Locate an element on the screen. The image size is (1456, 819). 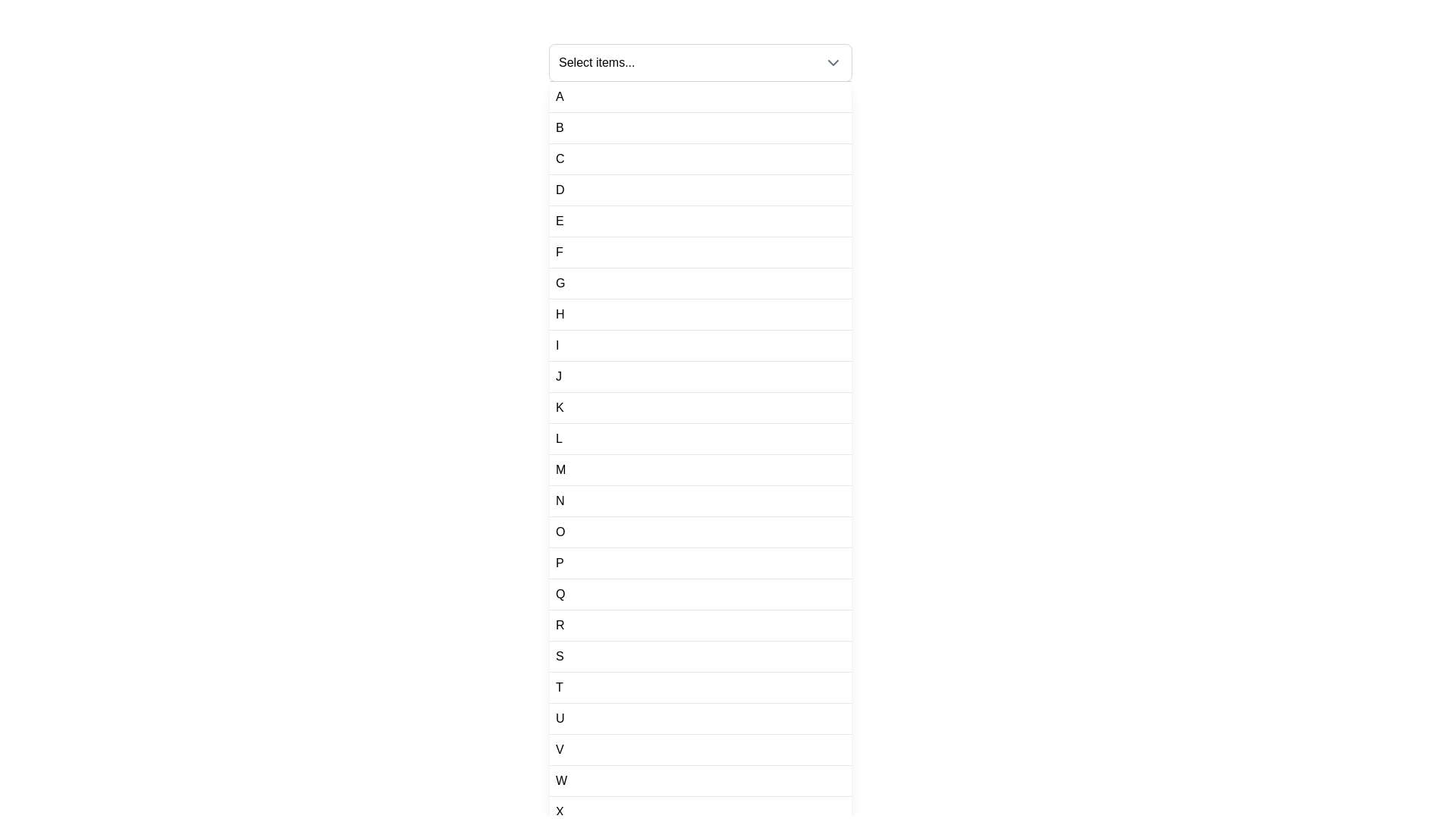
the alphabetical menu item 'J' in the dropdown list is located at coordinates (700, 376).